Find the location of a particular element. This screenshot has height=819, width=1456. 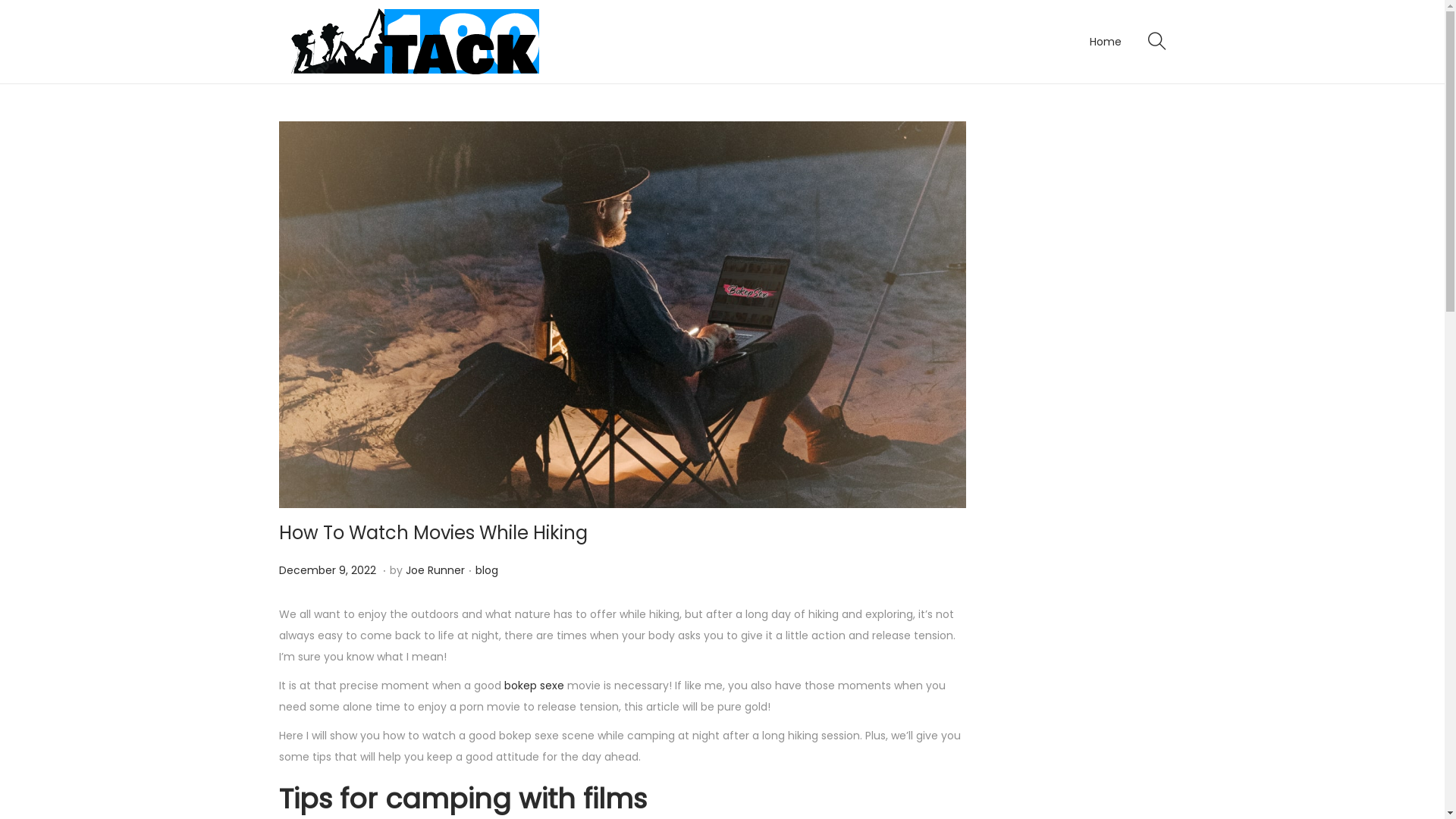

'Home' is located at coordinates (1087, 40).